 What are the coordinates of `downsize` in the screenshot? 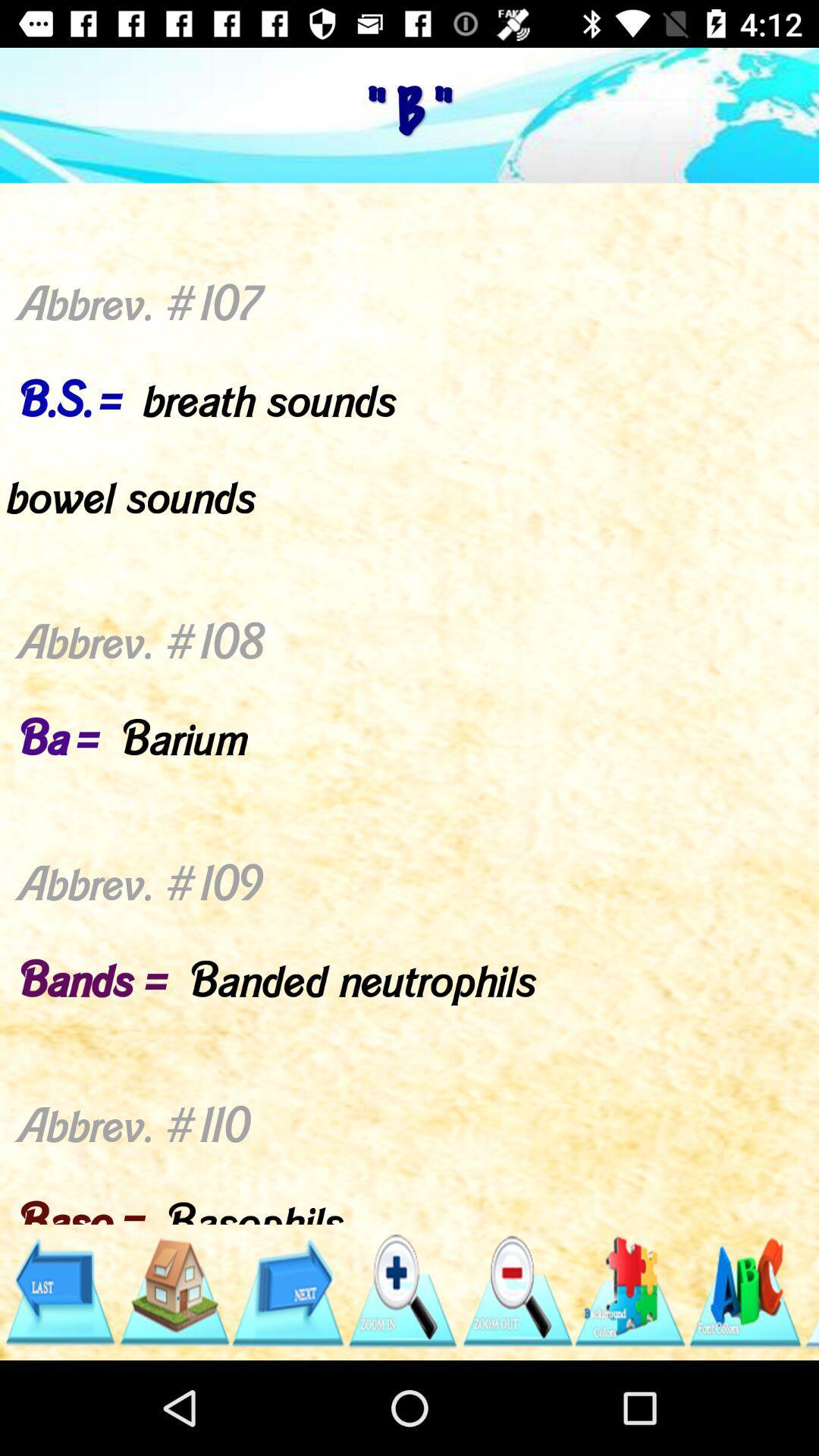 It's located at (516, 1291).